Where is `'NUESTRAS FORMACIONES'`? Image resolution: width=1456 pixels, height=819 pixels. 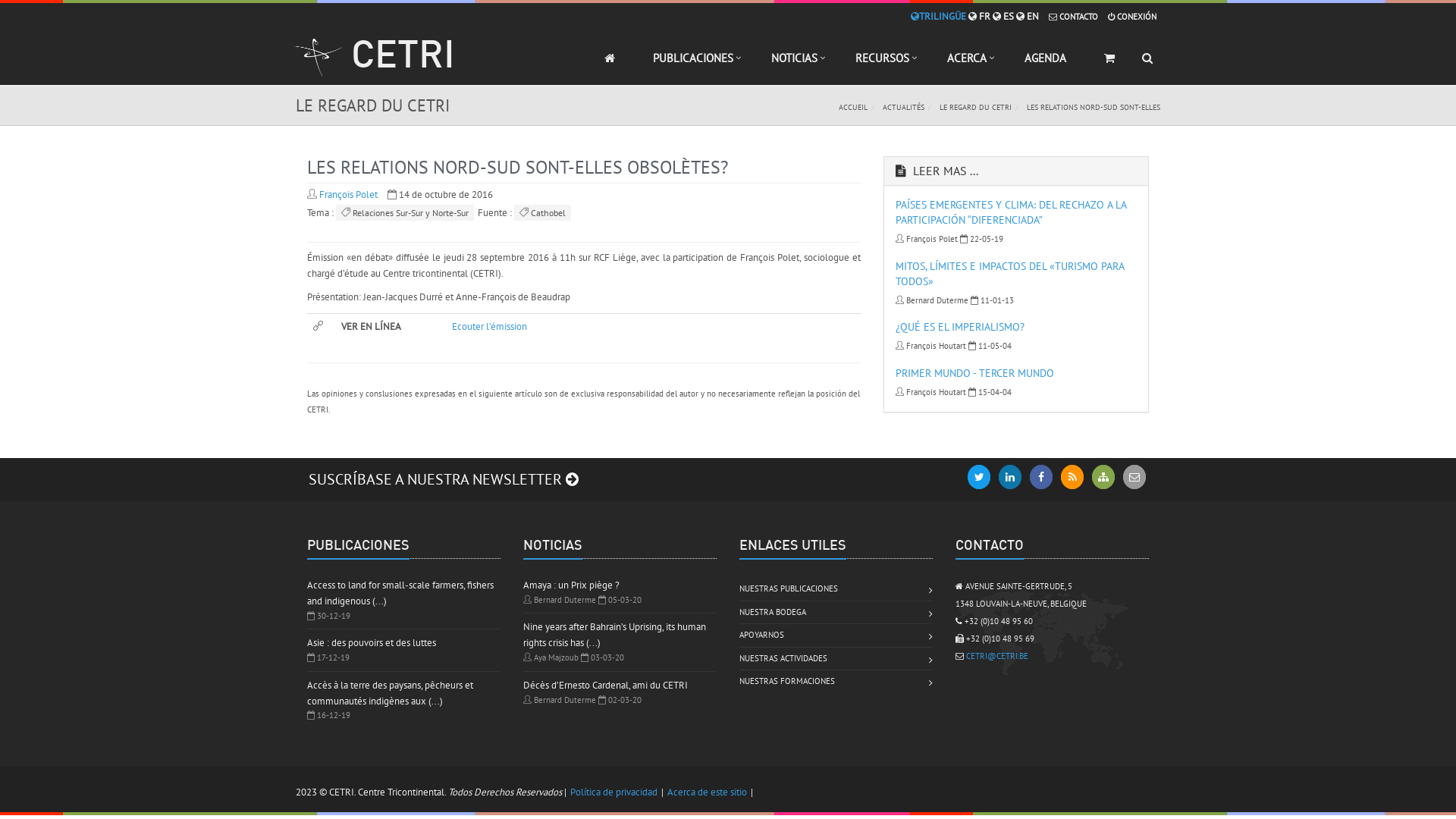 'NUESTRAS FORMACIONES' is located at coordinates (786, 680).